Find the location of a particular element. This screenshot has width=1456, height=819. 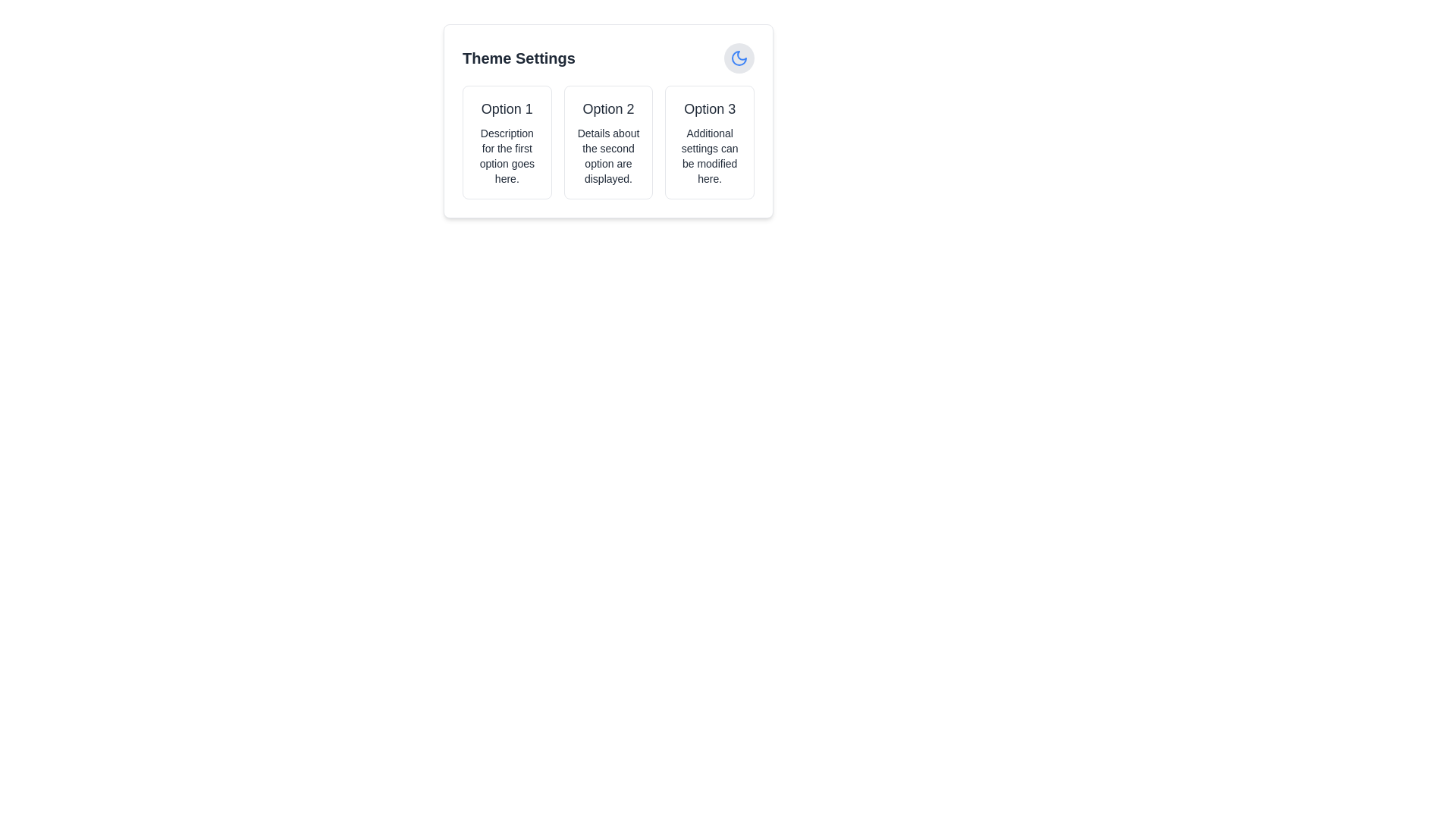

the text label that identifies the third option in a group of selection cards, positioned at the top center of its card is located at coordinates (709, 108).